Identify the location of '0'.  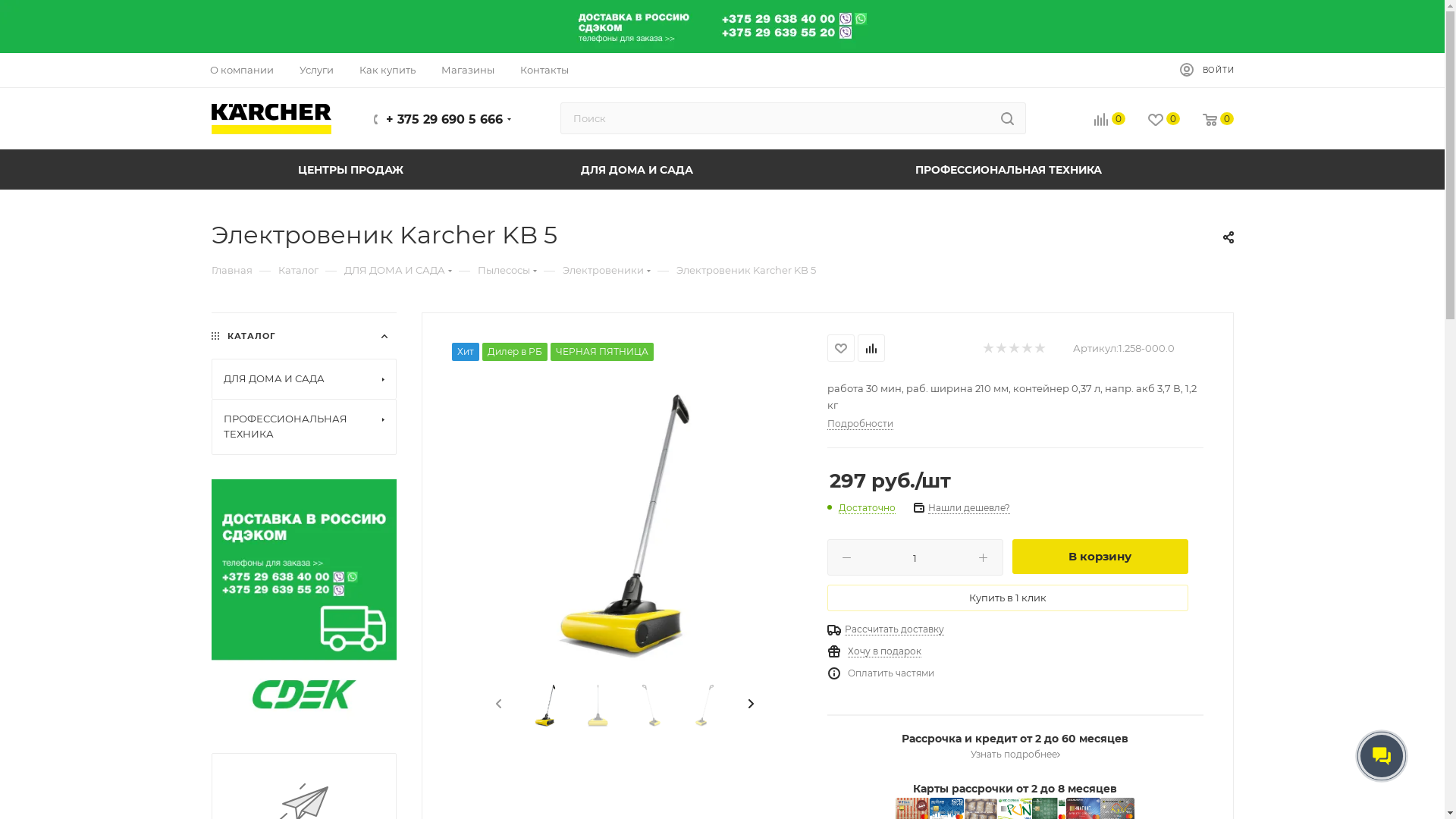
(1097, 119).